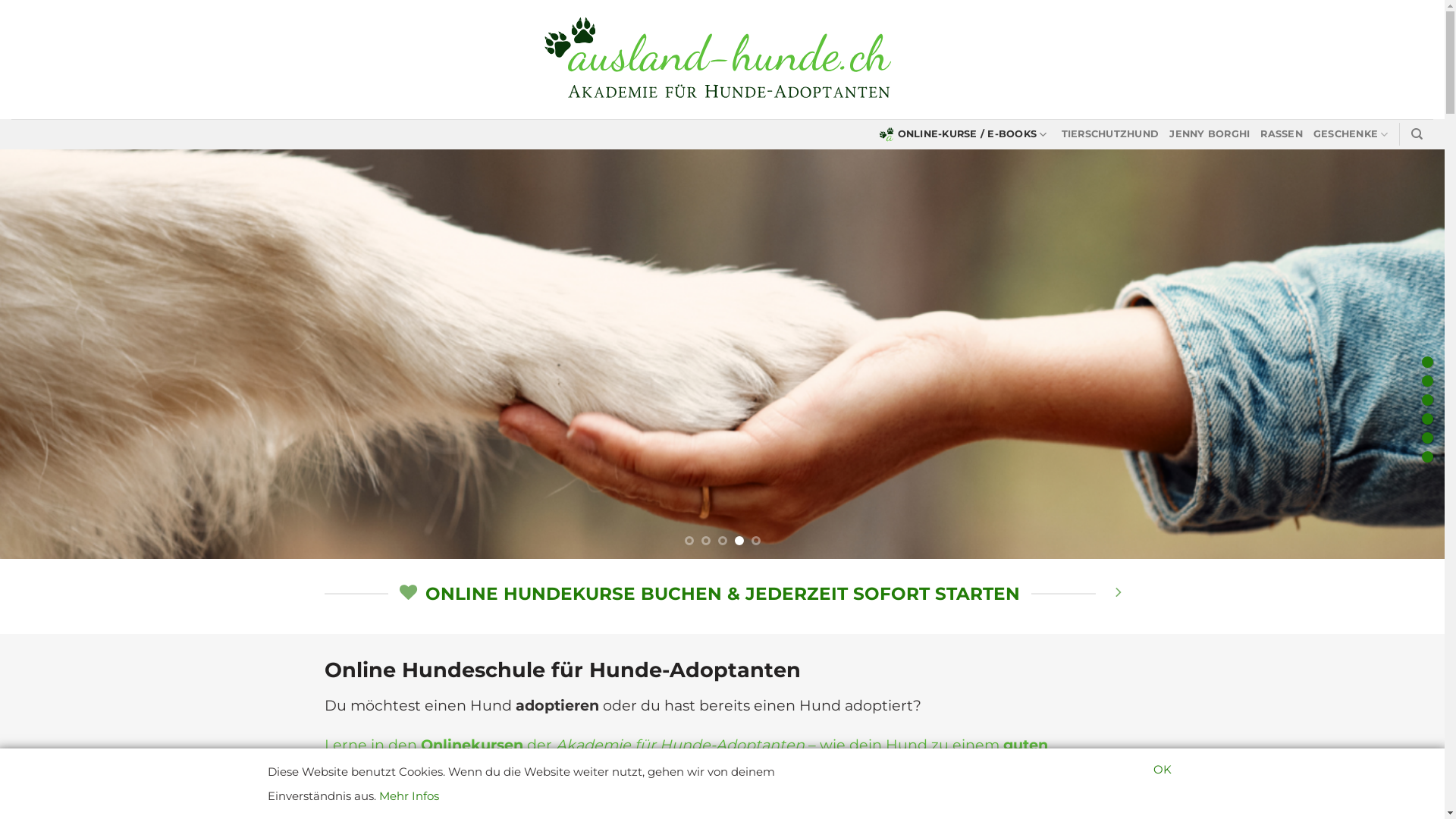  I want to click on 'ONLINE-KURSE / E-BOOKS', so click(964, 133).